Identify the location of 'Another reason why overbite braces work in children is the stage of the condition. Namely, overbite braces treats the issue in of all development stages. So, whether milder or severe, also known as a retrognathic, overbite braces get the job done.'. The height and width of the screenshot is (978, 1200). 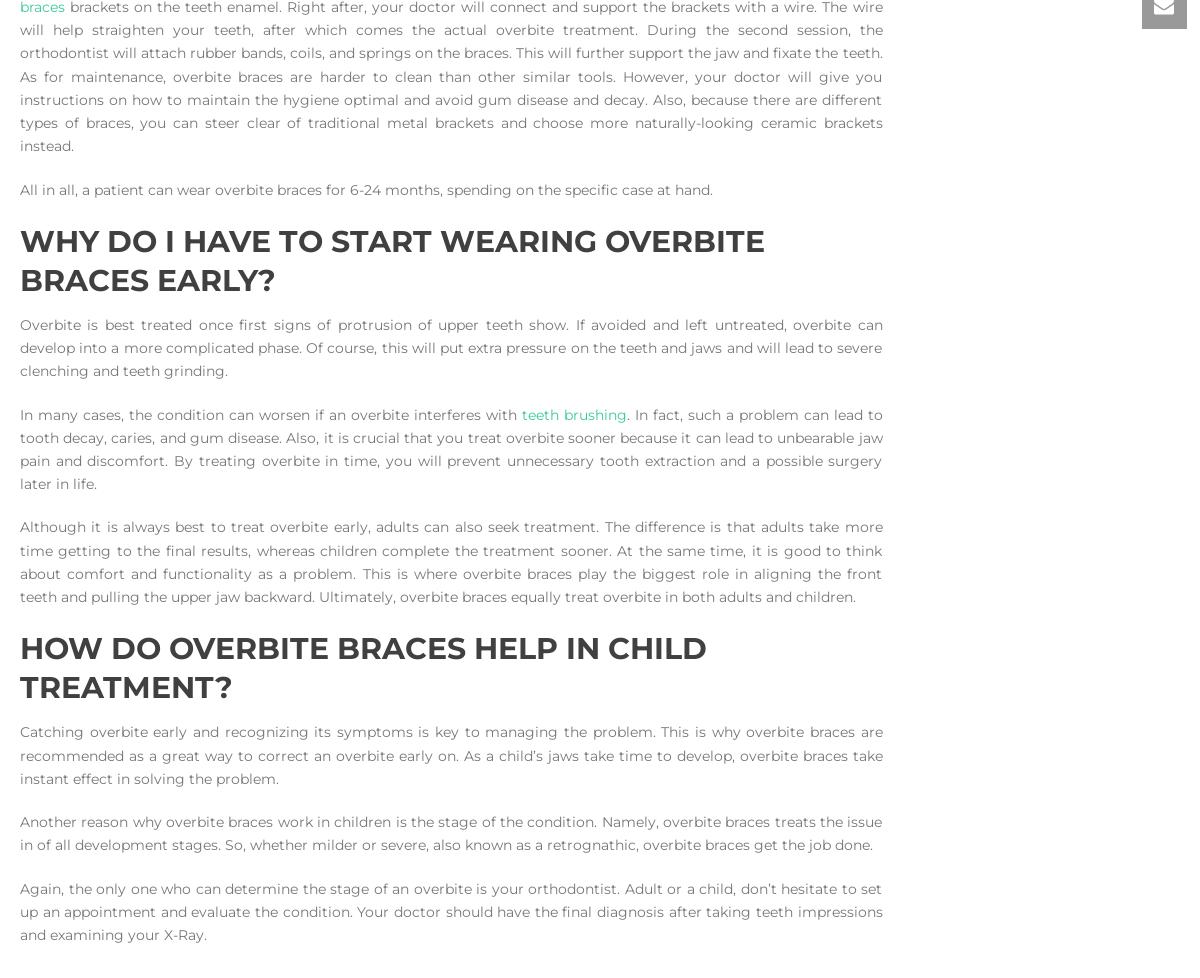
(450, 832).